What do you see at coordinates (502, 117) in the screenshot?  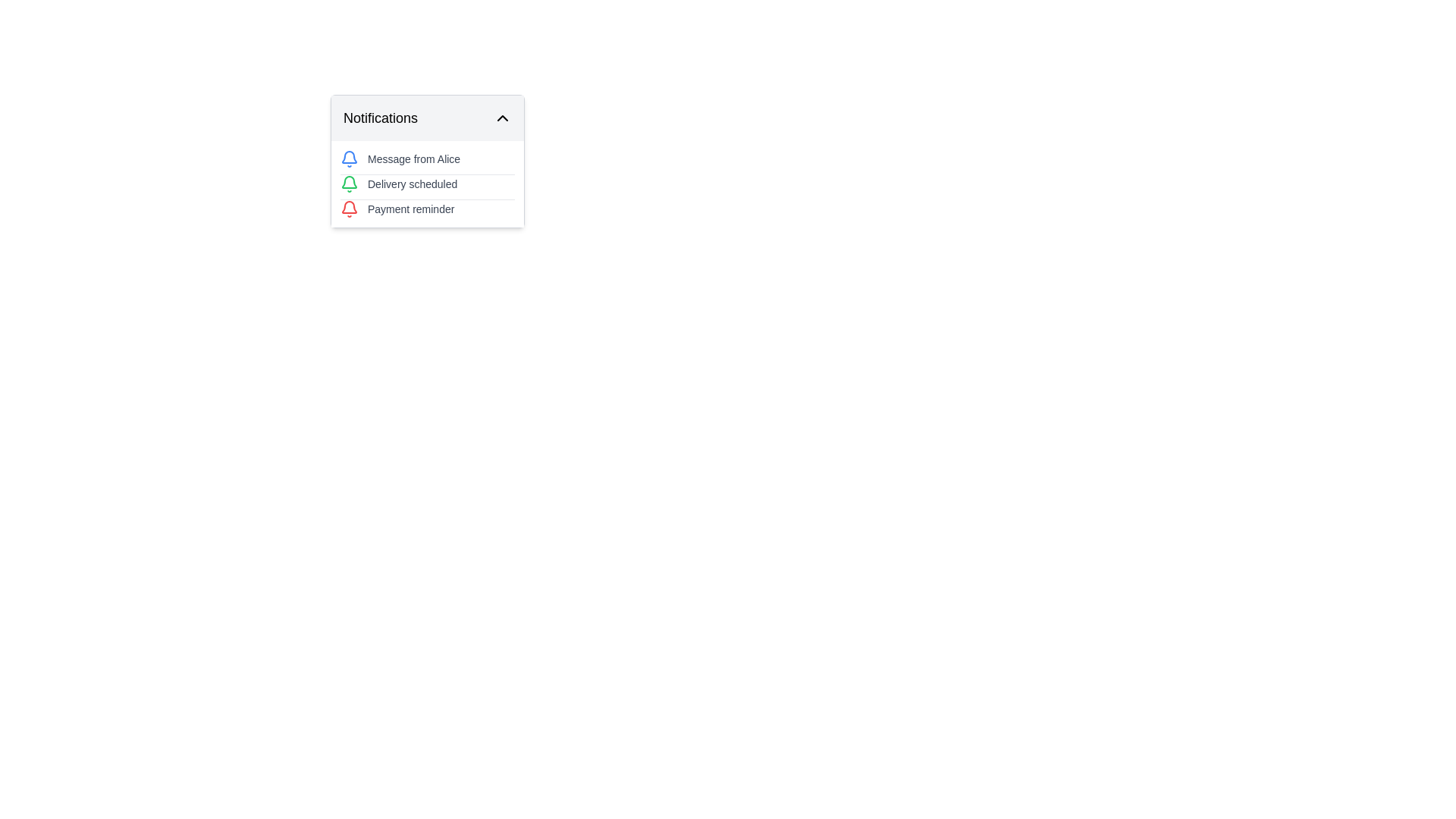 I see `the downward-pointing chevron icon located in the Notifications section header` at bounding box center [502, 117].